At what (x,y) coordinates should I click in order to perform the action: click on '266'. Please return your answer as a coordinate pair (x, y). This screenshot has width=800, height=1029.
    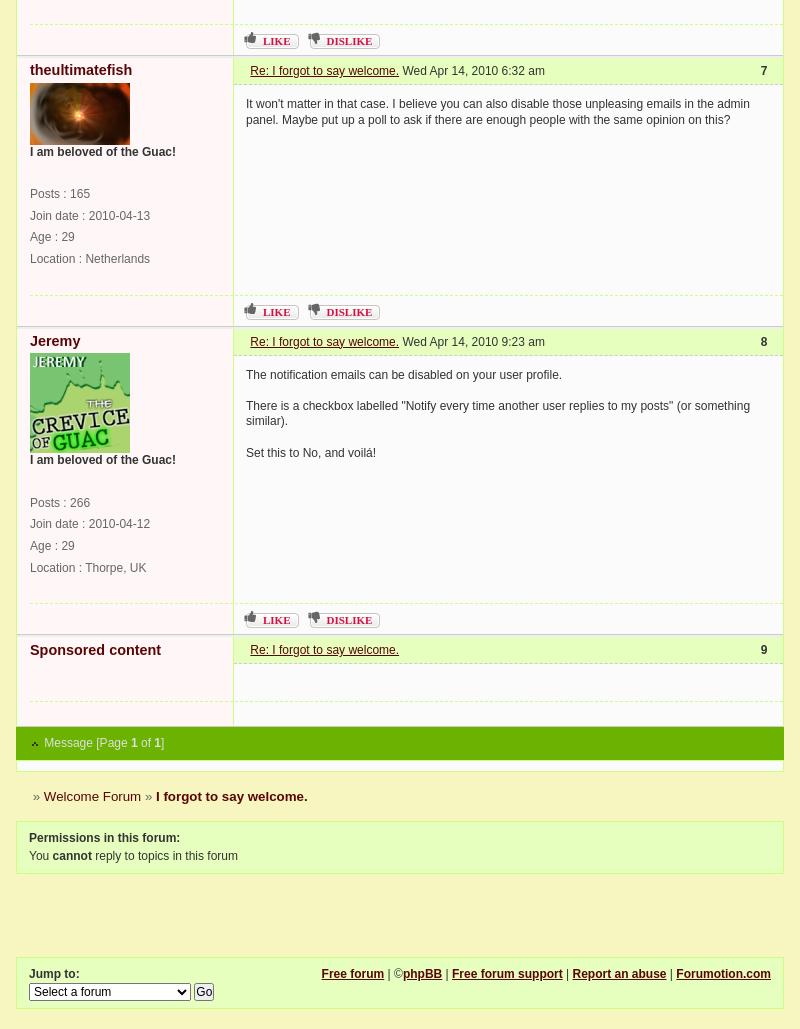
    Looking at the image, I should click on (80, 502).